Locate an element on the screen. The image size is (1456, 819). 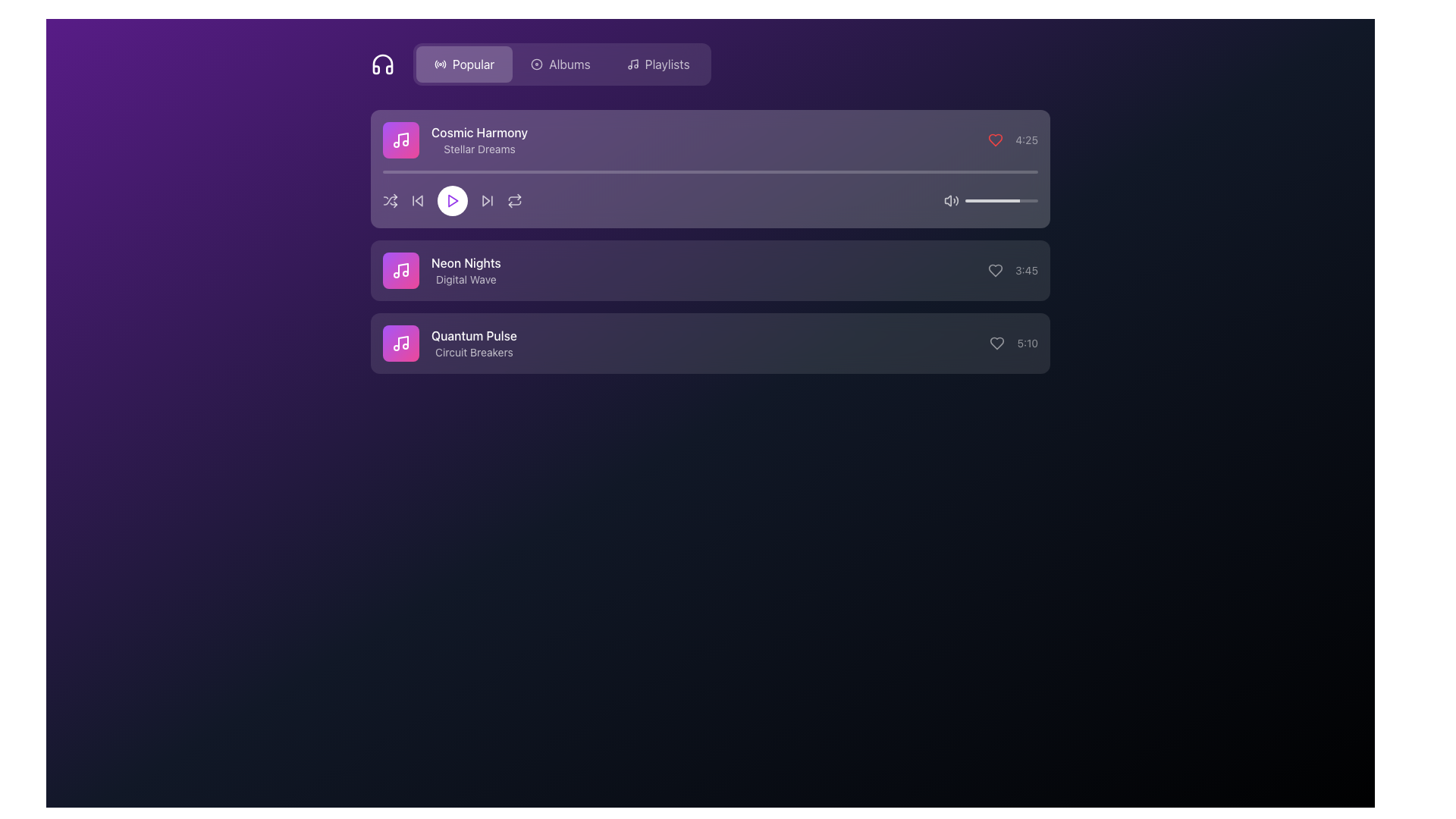
the Decorative SVG Circle, which is the outer ring of a dual-circle structure in the top-left corner of the interface, adjacent to the 'Popular' button is located at coordinates (537, 63).